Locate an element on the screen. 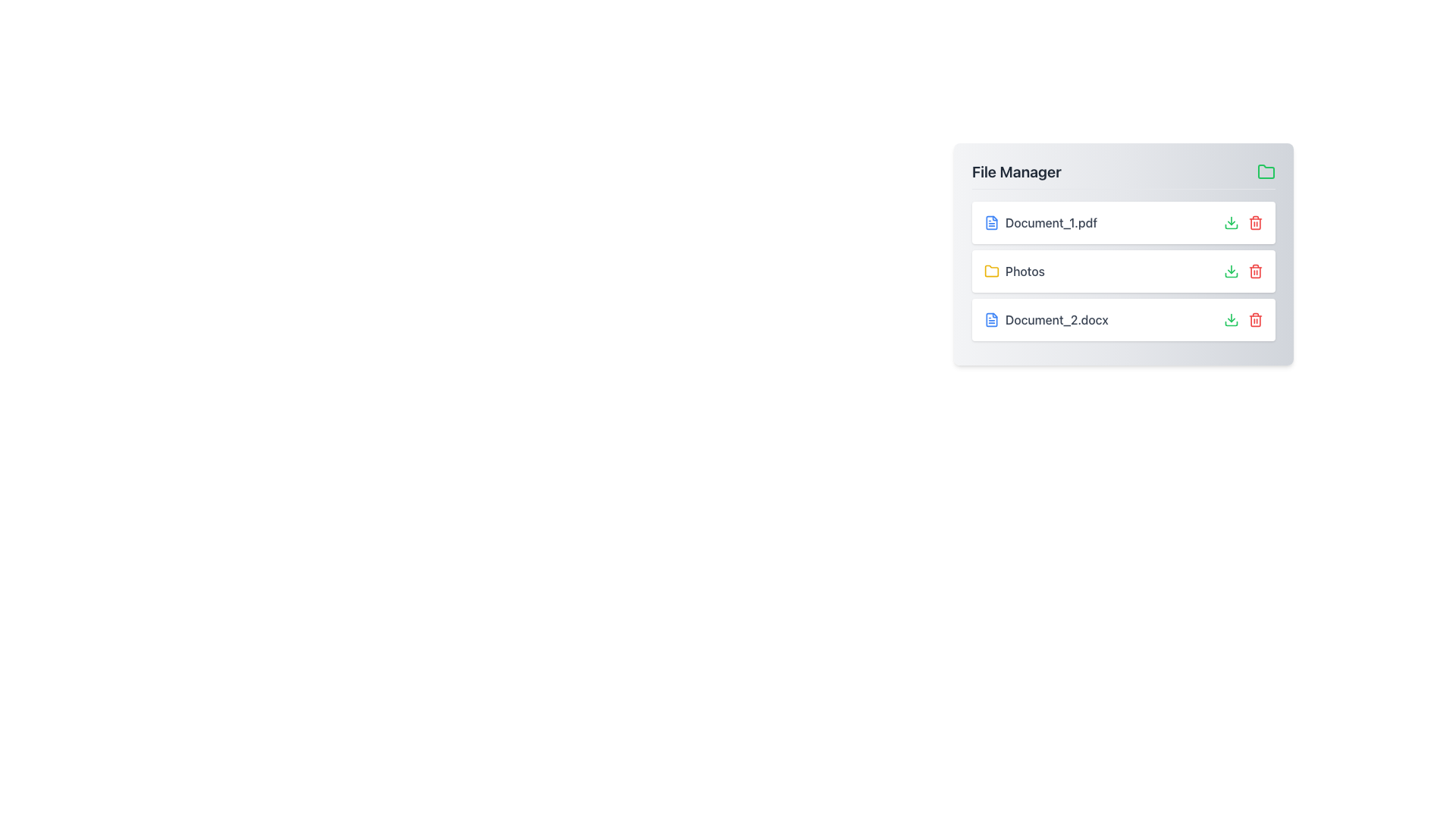 This screenshot has height=819, width=1456. the red trash icon located in the far right column of the 'Document_2.docx' row within the 'File Manager' interface is located at coordinates (1256, 318).